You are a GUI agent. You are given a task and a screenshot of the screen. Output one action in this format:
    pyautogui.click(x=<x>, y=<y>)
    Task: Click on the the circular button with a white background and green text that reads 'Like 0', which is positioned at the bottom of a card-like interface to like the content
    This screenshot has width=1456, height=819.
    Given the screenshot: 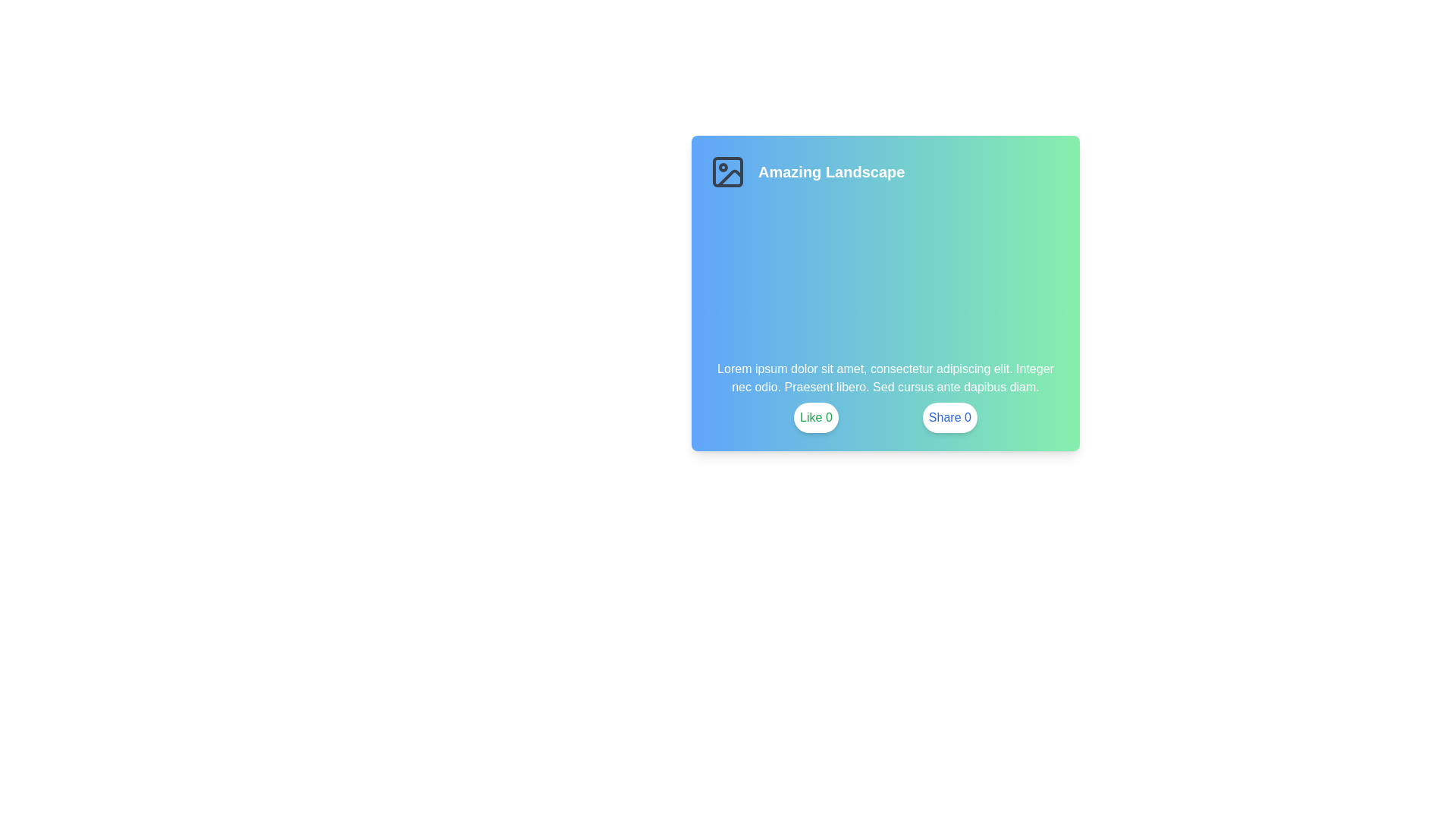 What is the action you would take?
    pyautogui.click(x=814, y=418)
    